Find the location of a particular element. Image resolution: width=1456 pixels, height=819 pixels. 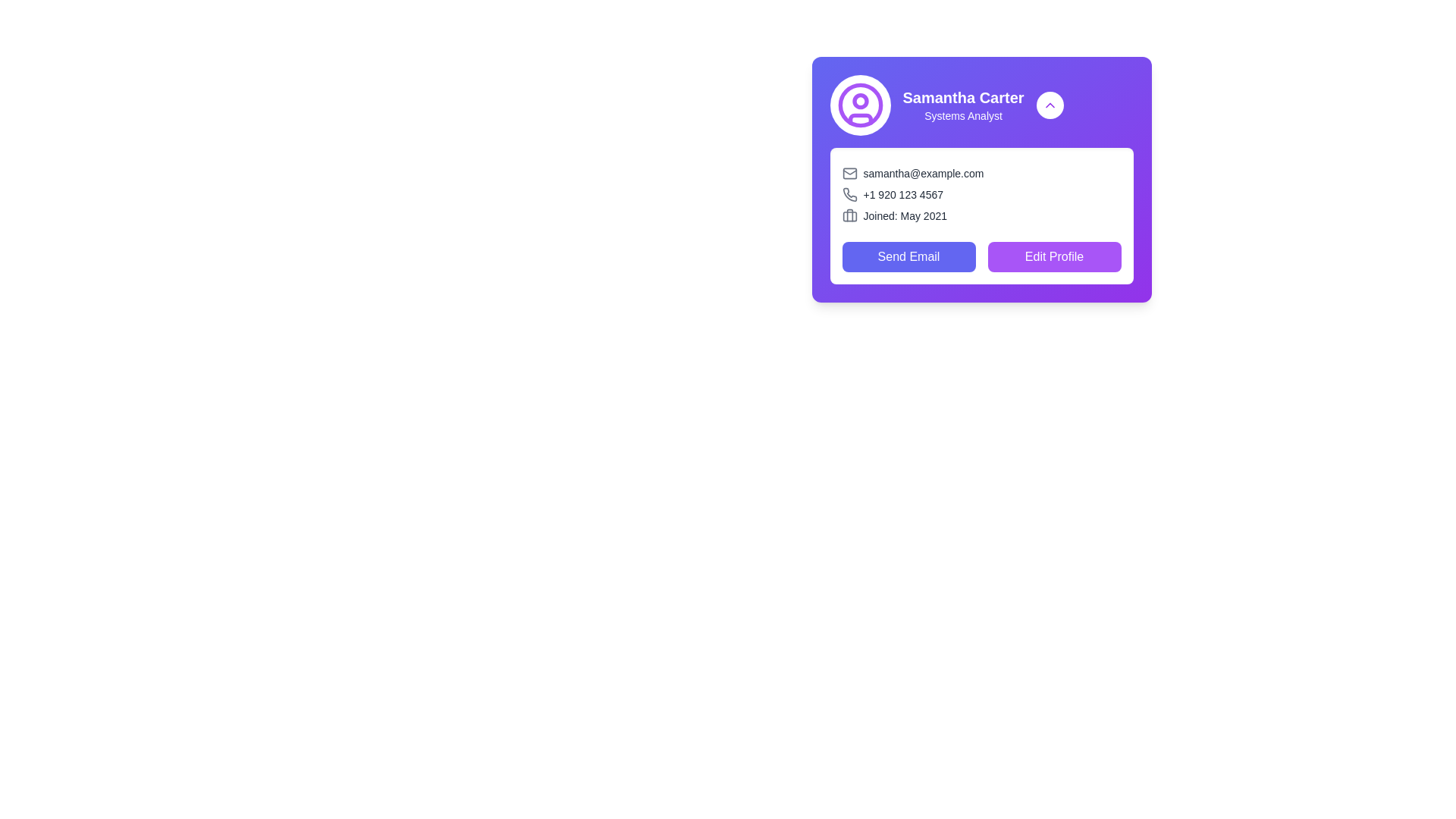

the vertical line with rounded ends that is part of the briefcase icon, located within the user profile card is located at coordinates (849, 215).